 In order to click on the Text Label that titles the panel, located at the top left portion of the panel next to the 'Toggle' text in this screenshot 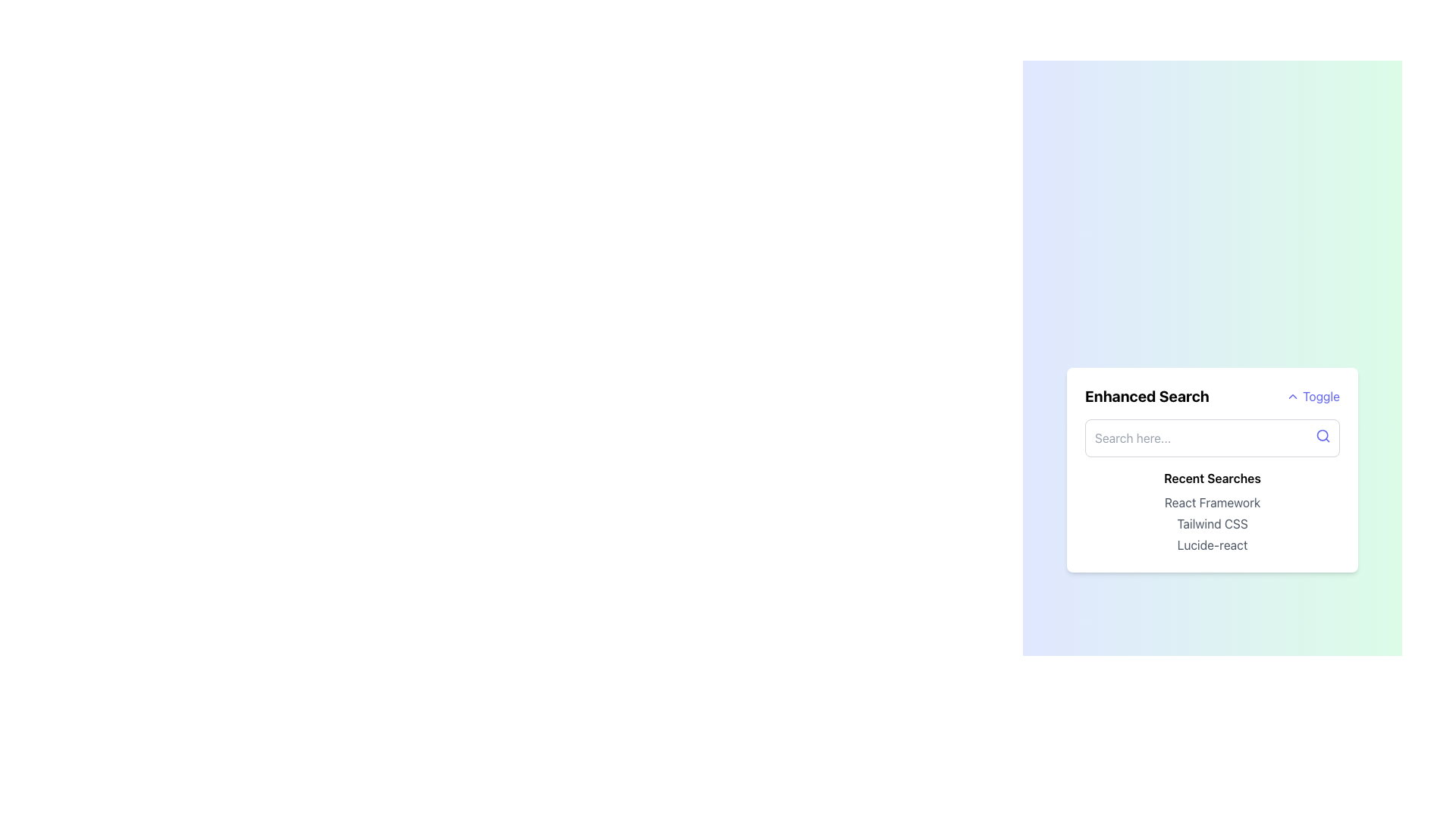, I will do `click(1147, 396)`.